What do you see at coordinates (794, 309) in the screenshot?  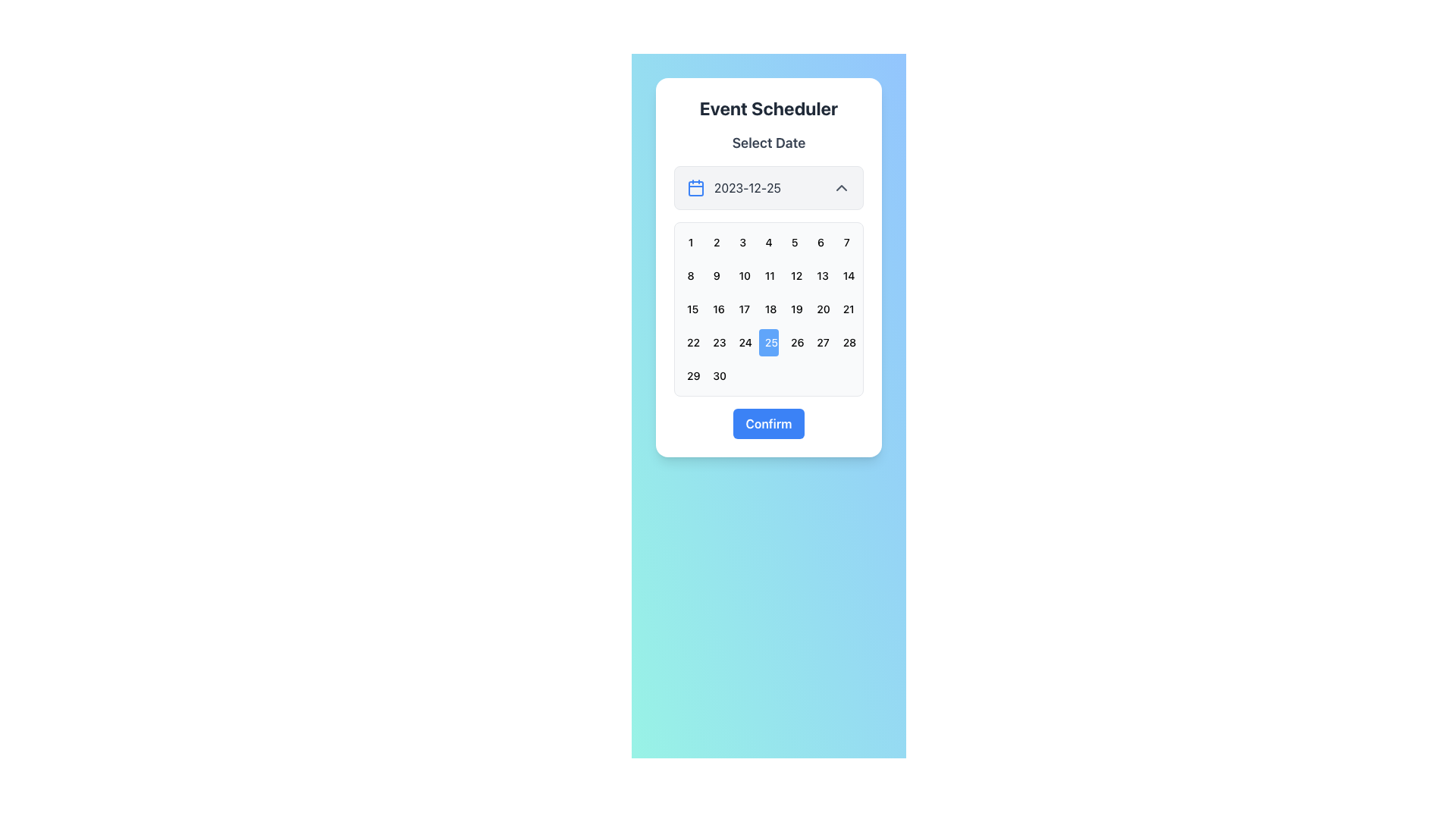 I see `the date selection button located in the third row and fifth column of the calendar widget` at bounding box center [794, 309].